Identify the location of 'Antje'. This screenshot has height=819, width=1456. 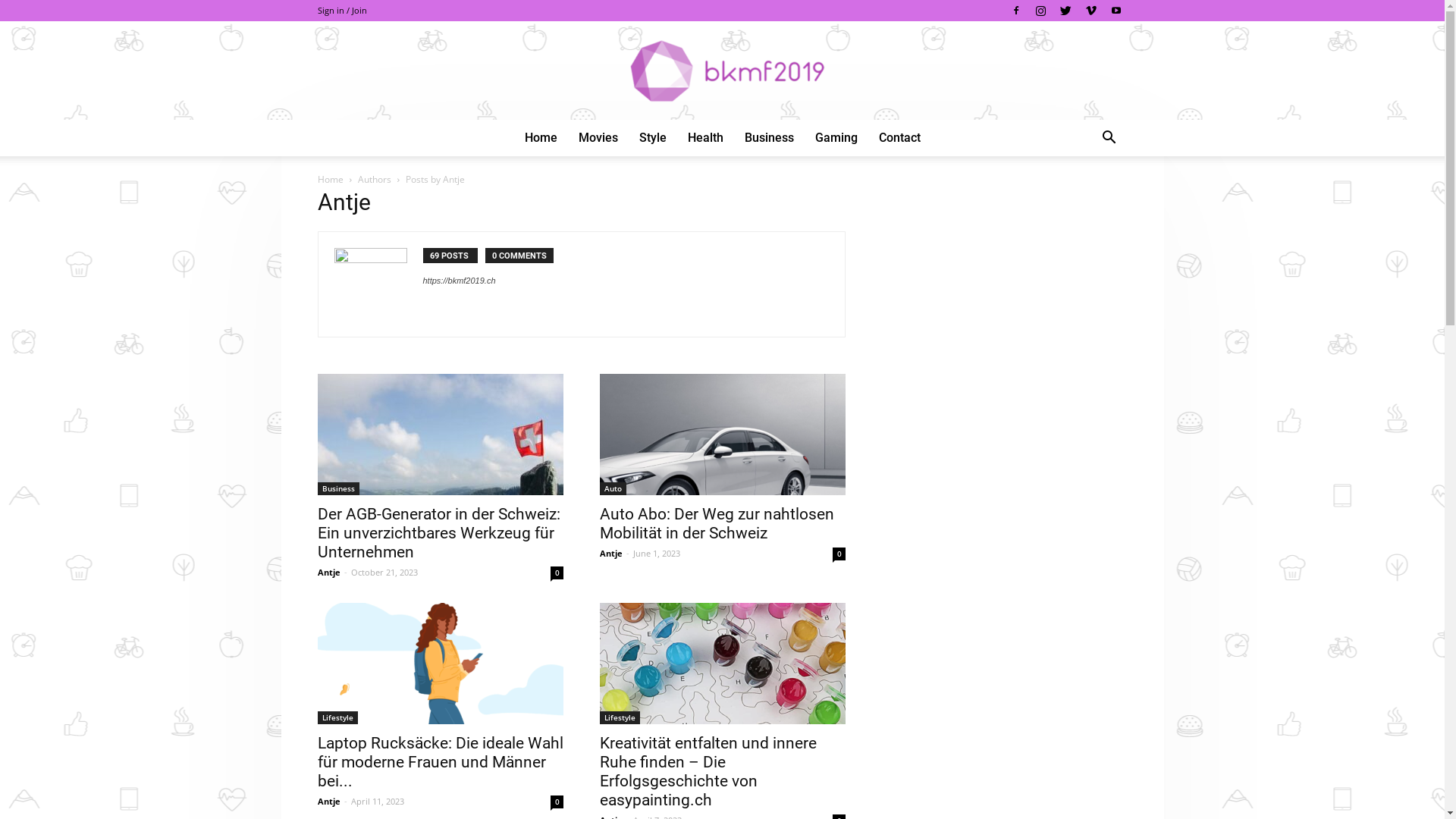
(610, 553).